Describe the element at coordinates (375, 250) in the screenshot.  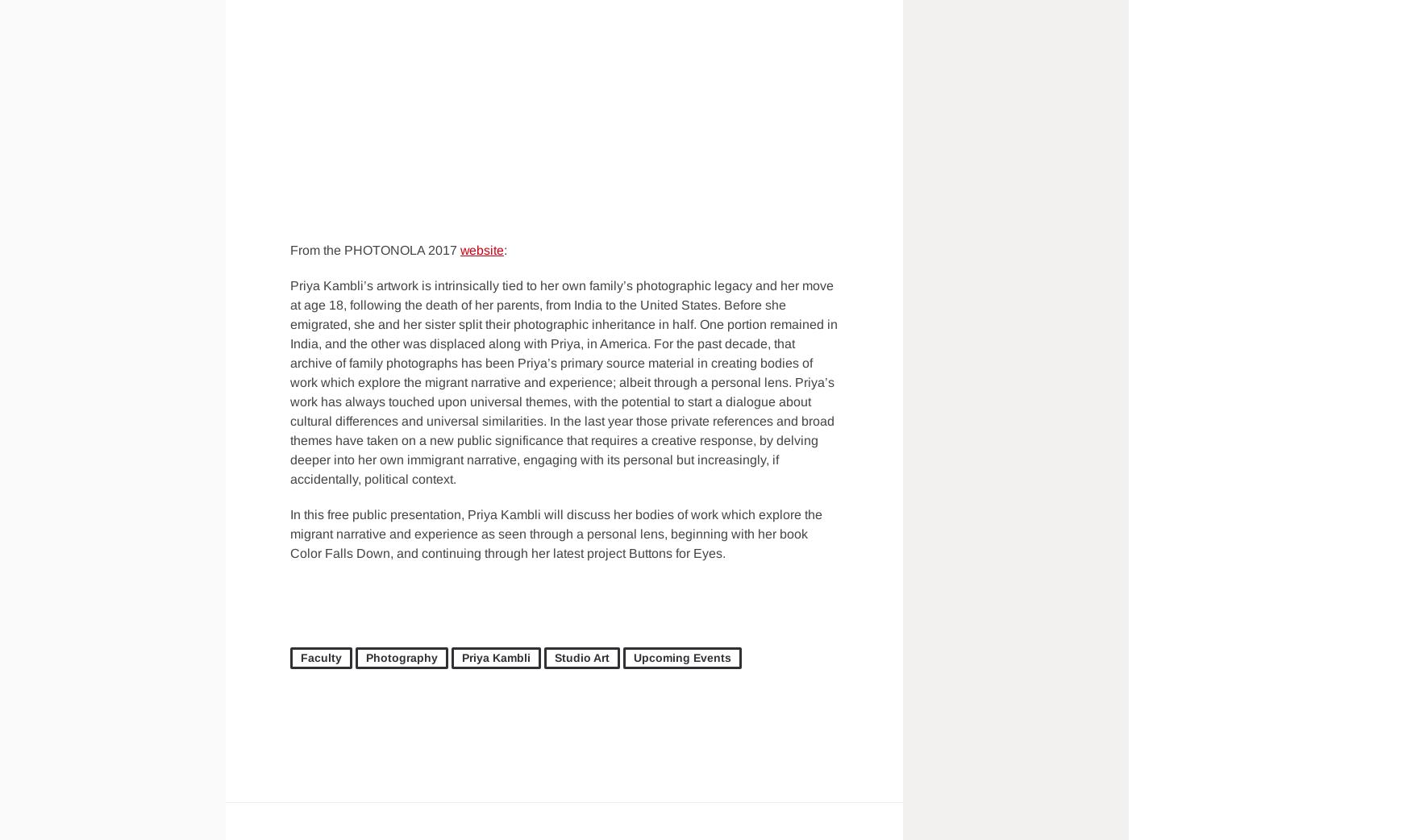
I see `'From the PHOTONOLA 2017'` at that location.